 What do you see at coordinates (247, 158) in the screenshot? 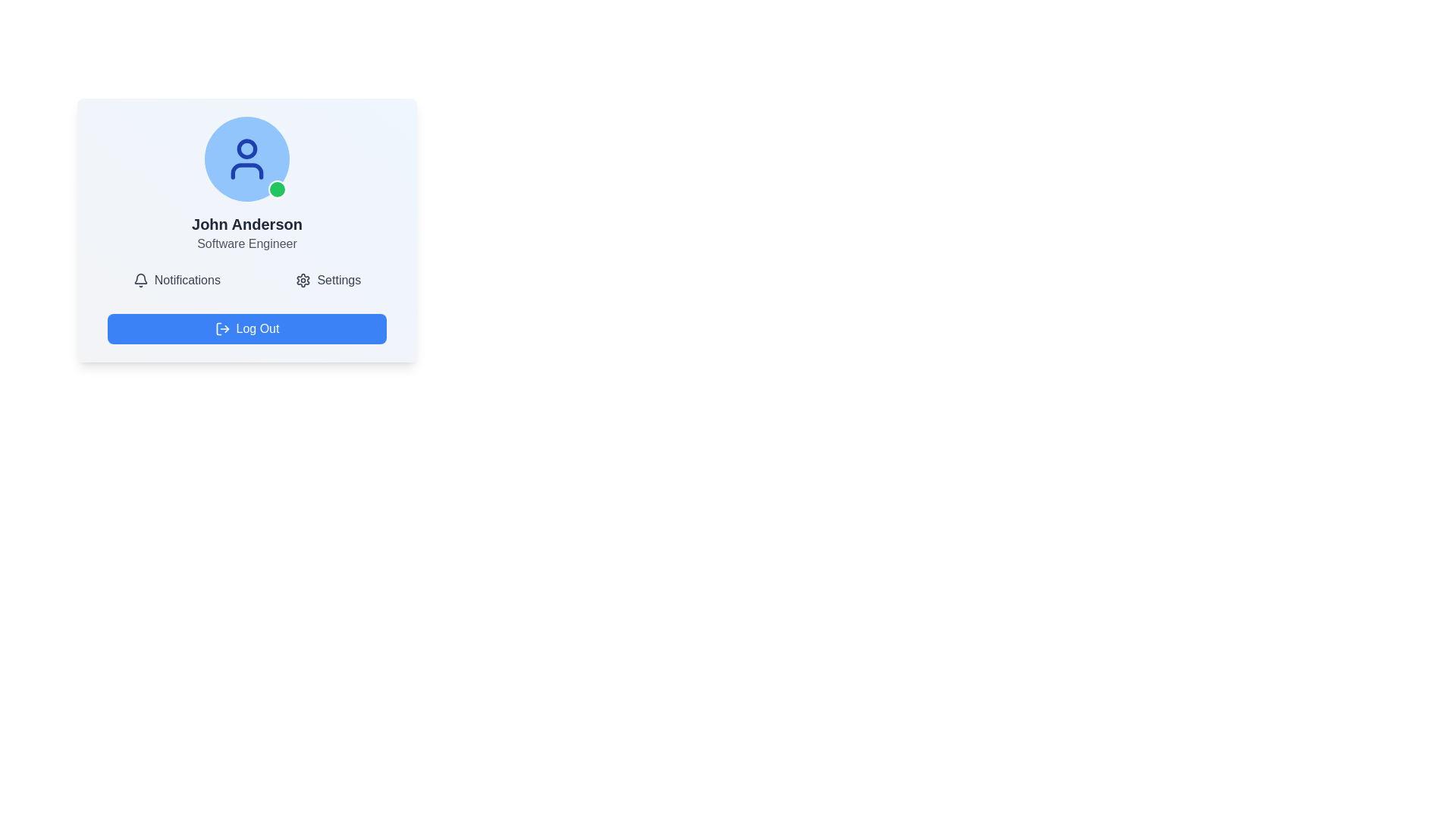
I see `the user avatar placeholder with a blue background and a green status indicator located above 'John Anderson' and 'Software Engineer'` at bounding box center [247, 158].